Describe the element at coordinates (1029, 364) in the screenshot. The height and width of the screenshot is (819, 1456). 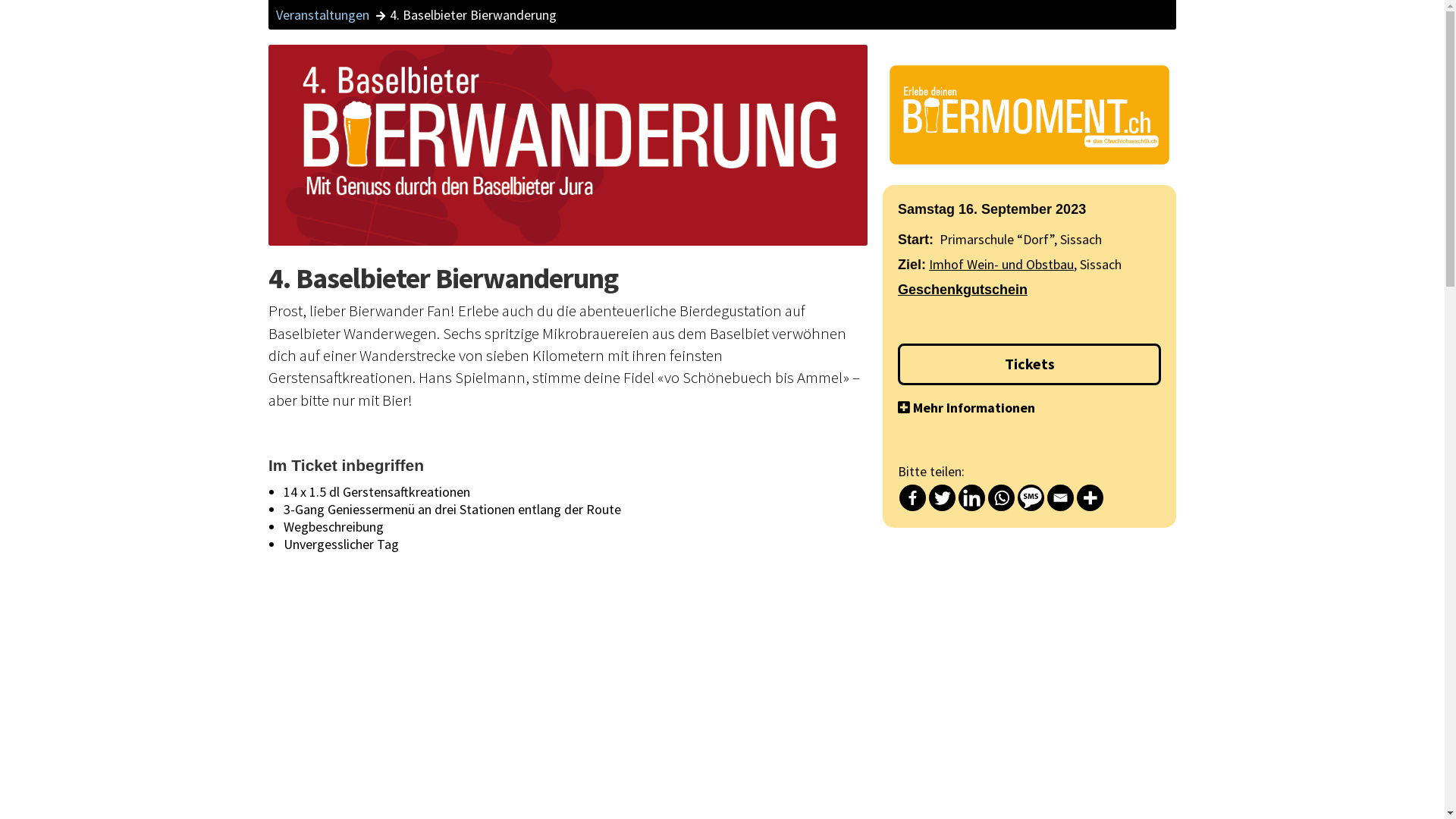
I see `'Tickets'` at that location.